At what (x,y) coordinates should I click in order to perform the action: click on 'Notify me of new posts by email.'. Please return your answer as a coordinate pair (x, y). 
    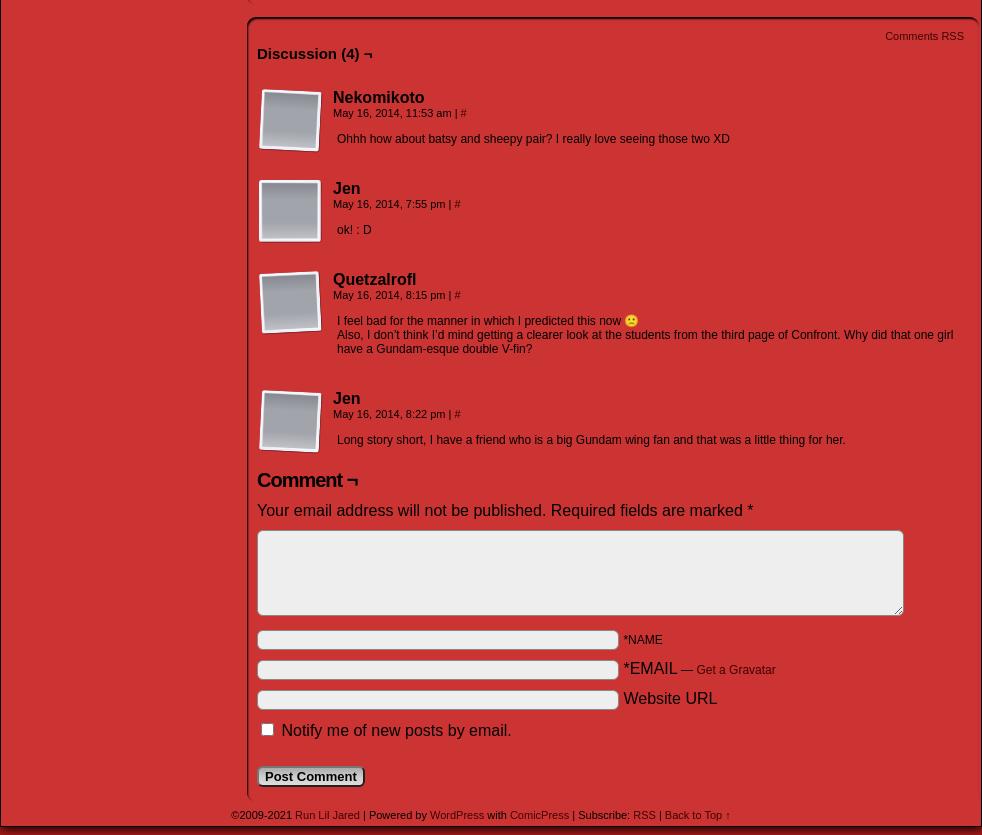
    Looking at the image, I should click on (396, 729).